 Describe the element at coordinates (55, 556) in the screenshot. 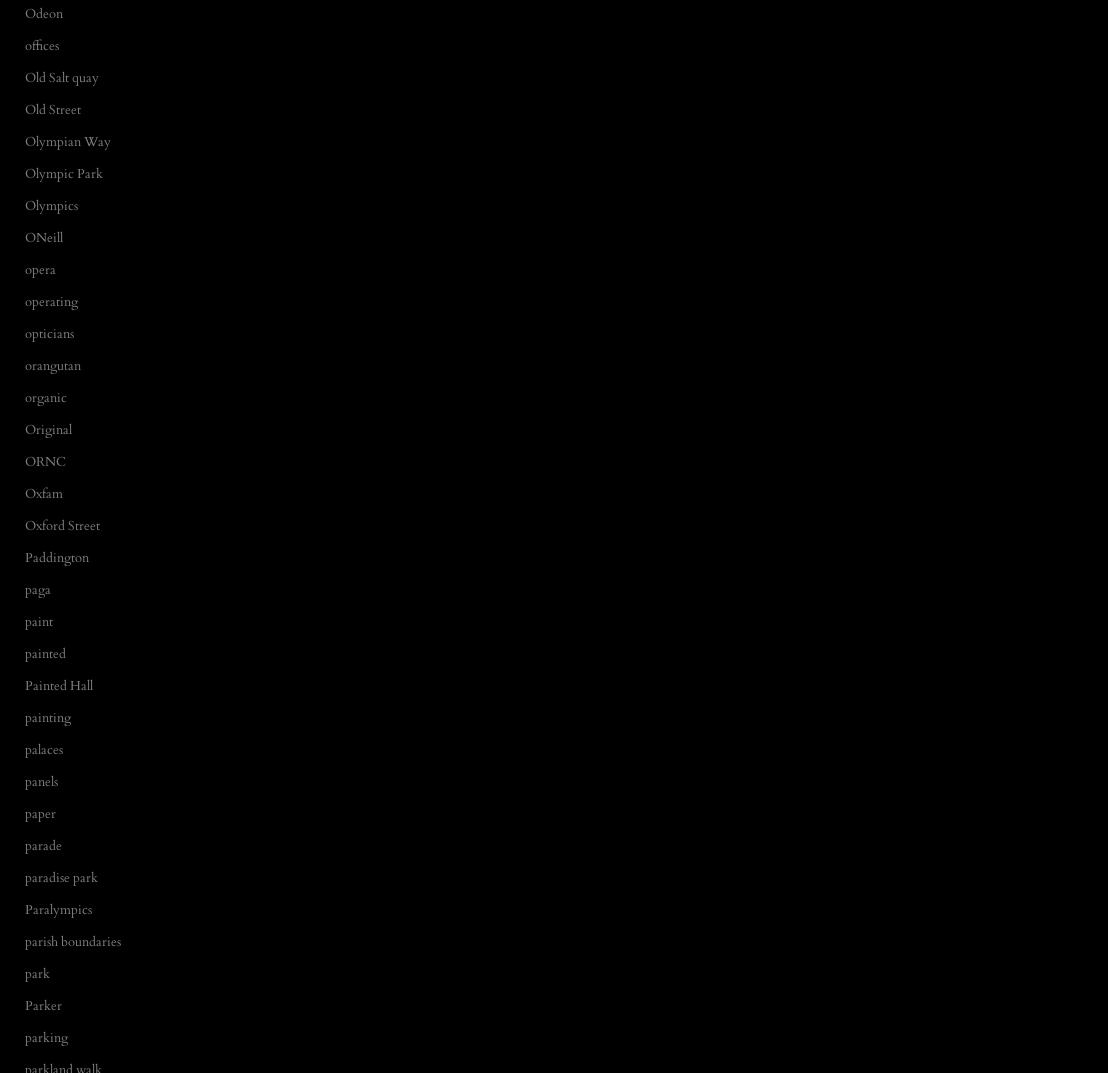

I see `'Paddington'` at that location.